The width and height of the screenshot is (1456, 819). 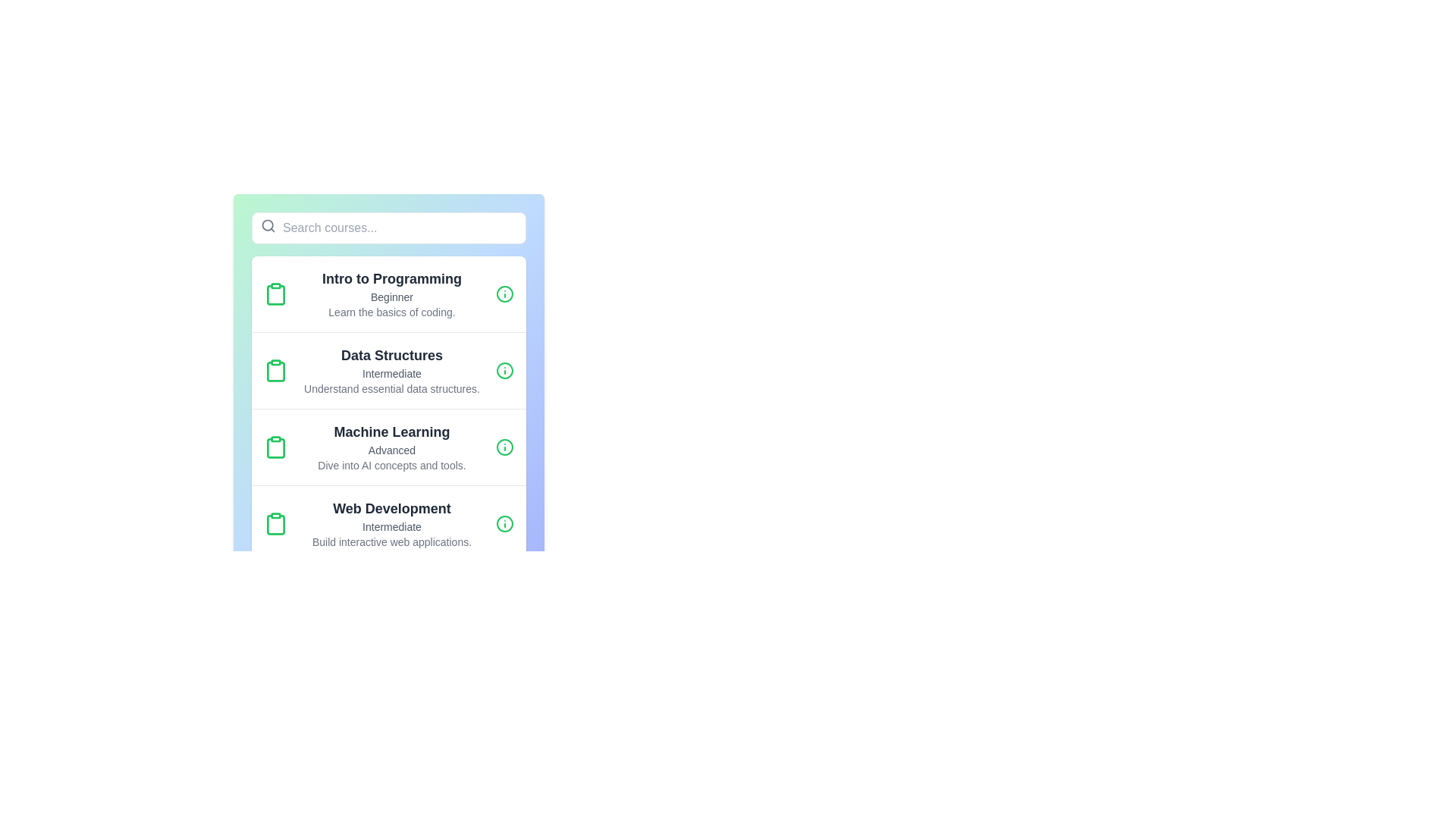 I want to click on the text display label 'Intro, so click(x=392, y=278).